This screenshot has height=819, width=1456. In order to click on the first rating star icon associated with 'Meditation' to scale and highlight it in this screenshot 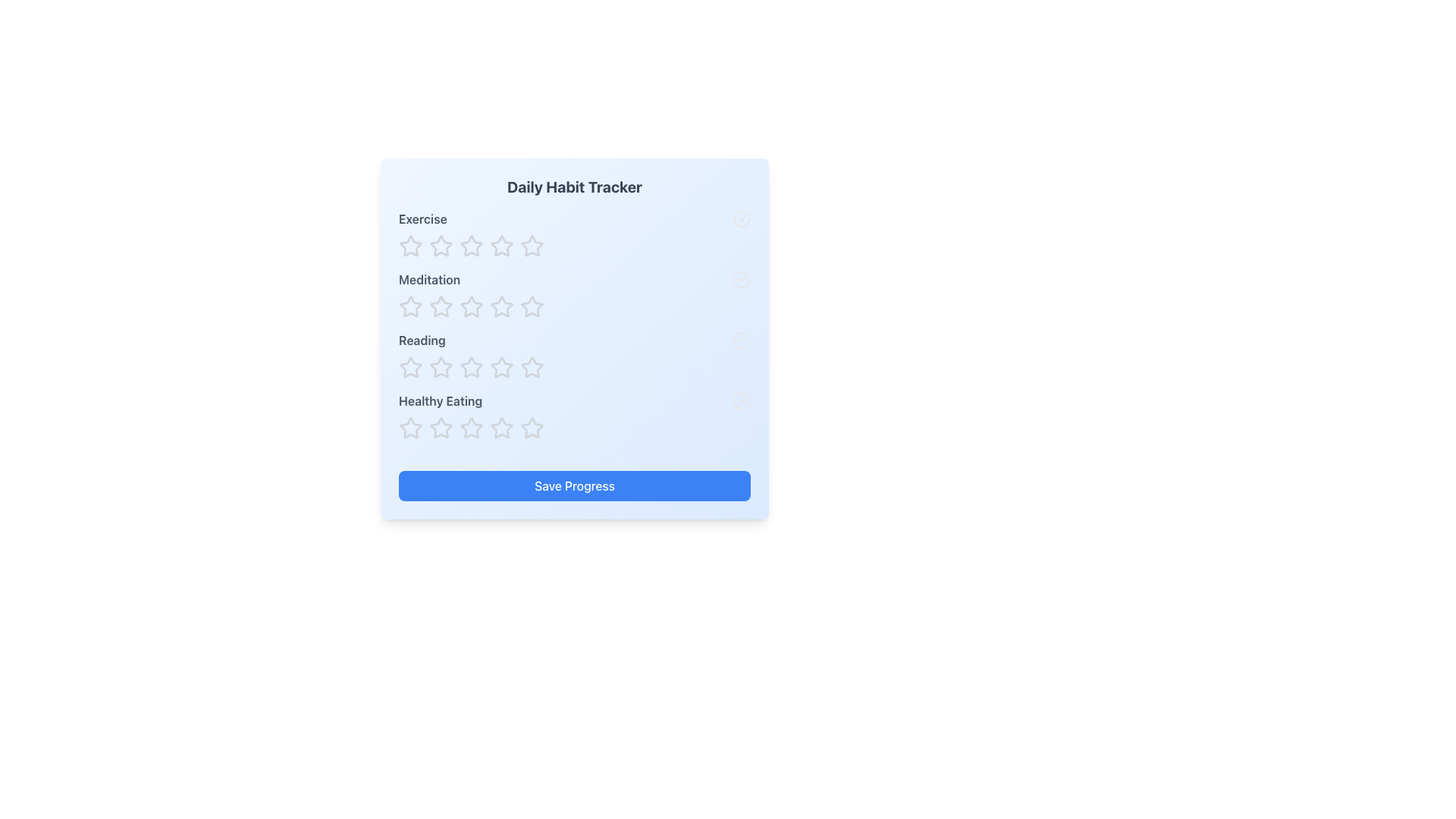, I will do `click(411, 307)`.